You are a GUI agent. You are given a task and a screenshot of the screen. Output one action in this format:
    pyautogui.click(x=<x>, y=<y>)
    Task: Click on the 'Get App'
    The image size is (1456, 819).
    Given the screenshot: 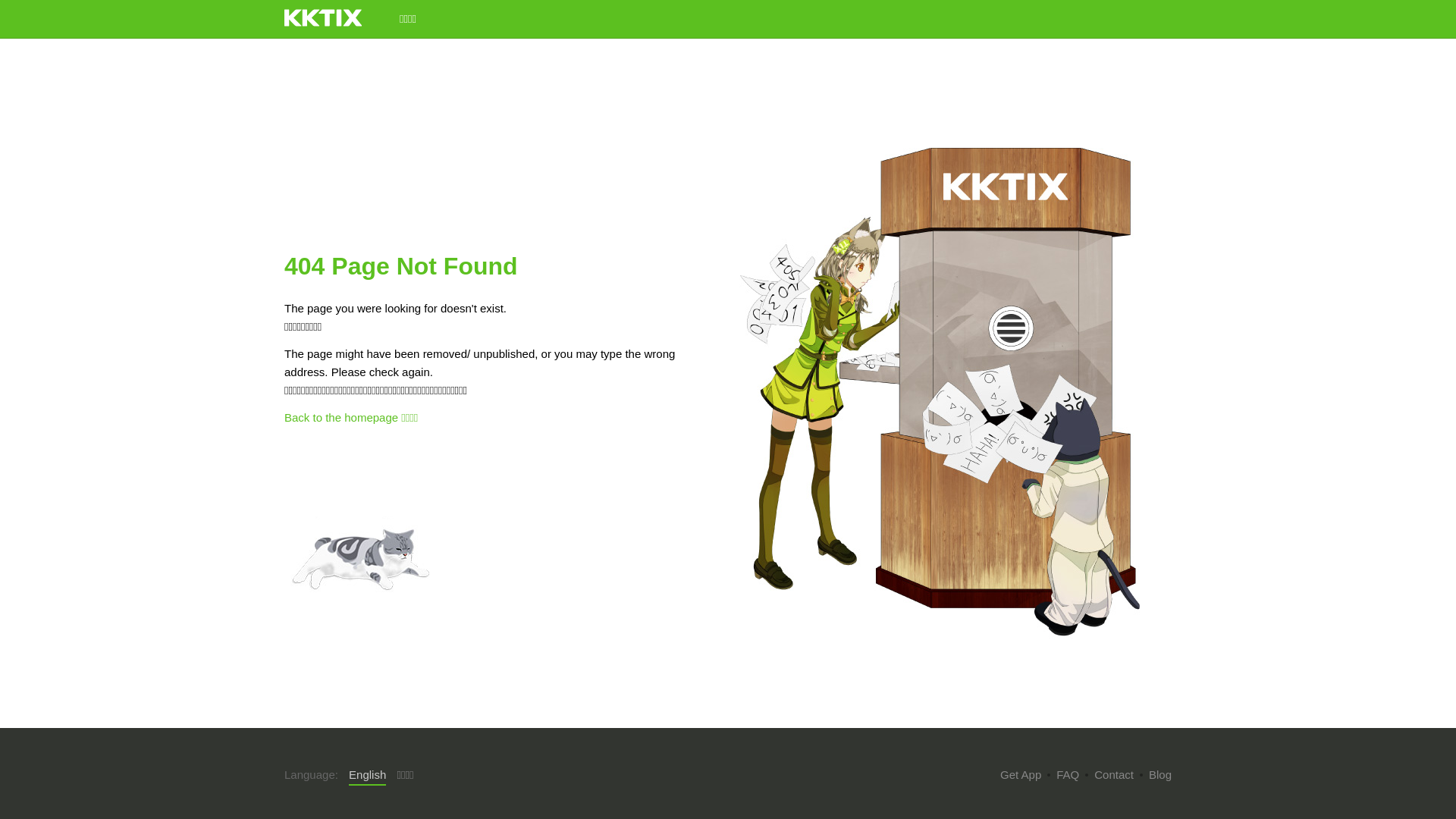 What is the action you would take?
    pyautogui.click(x=1020, y=774)
    